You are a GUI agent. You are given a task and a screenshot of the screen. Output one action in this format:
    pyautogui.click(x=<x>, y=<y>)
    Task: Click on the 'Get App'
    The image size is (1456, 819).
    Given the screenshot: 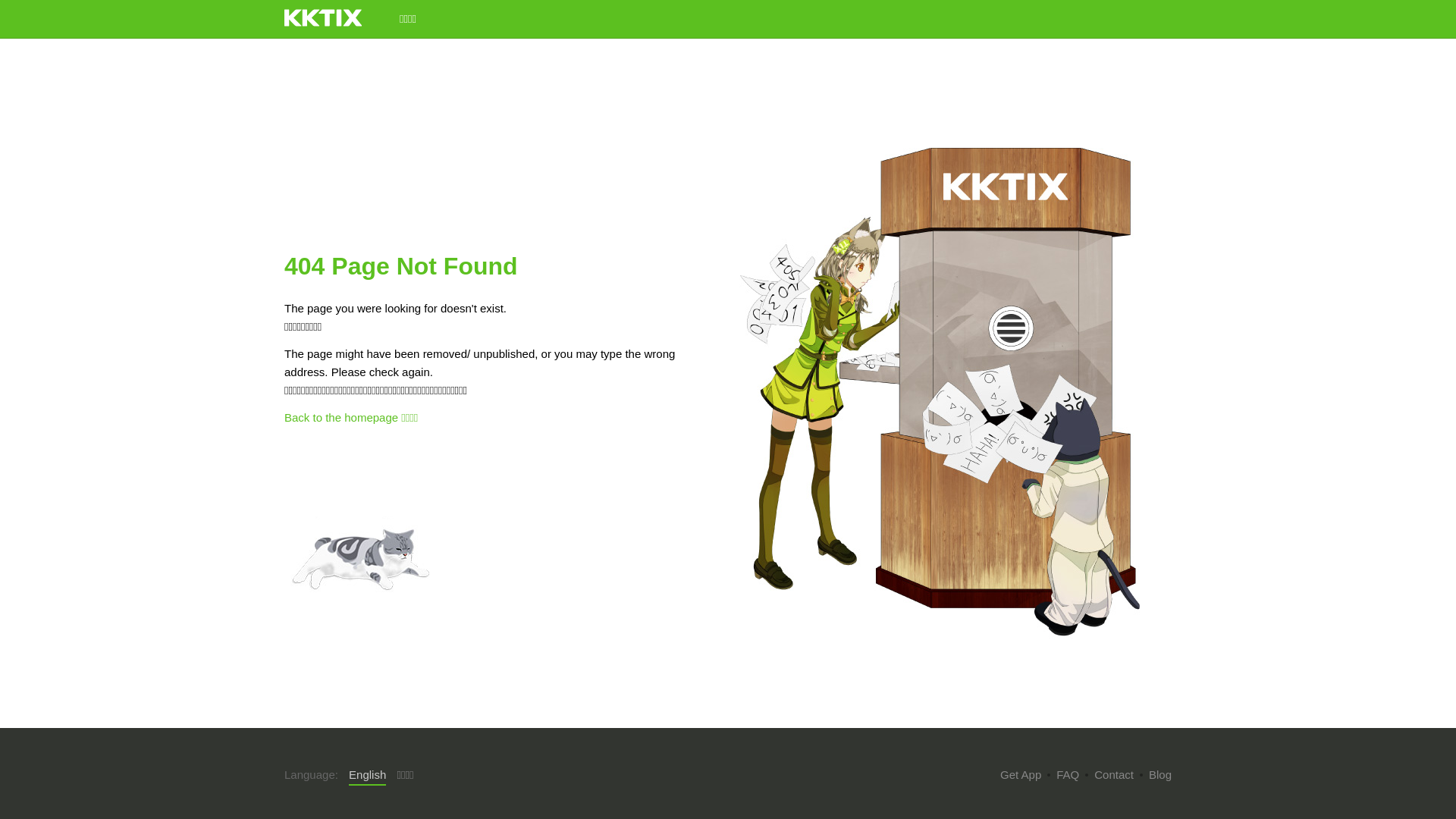 What is the action you would take?
    pyautogui.click(x=1020, y=774)
    